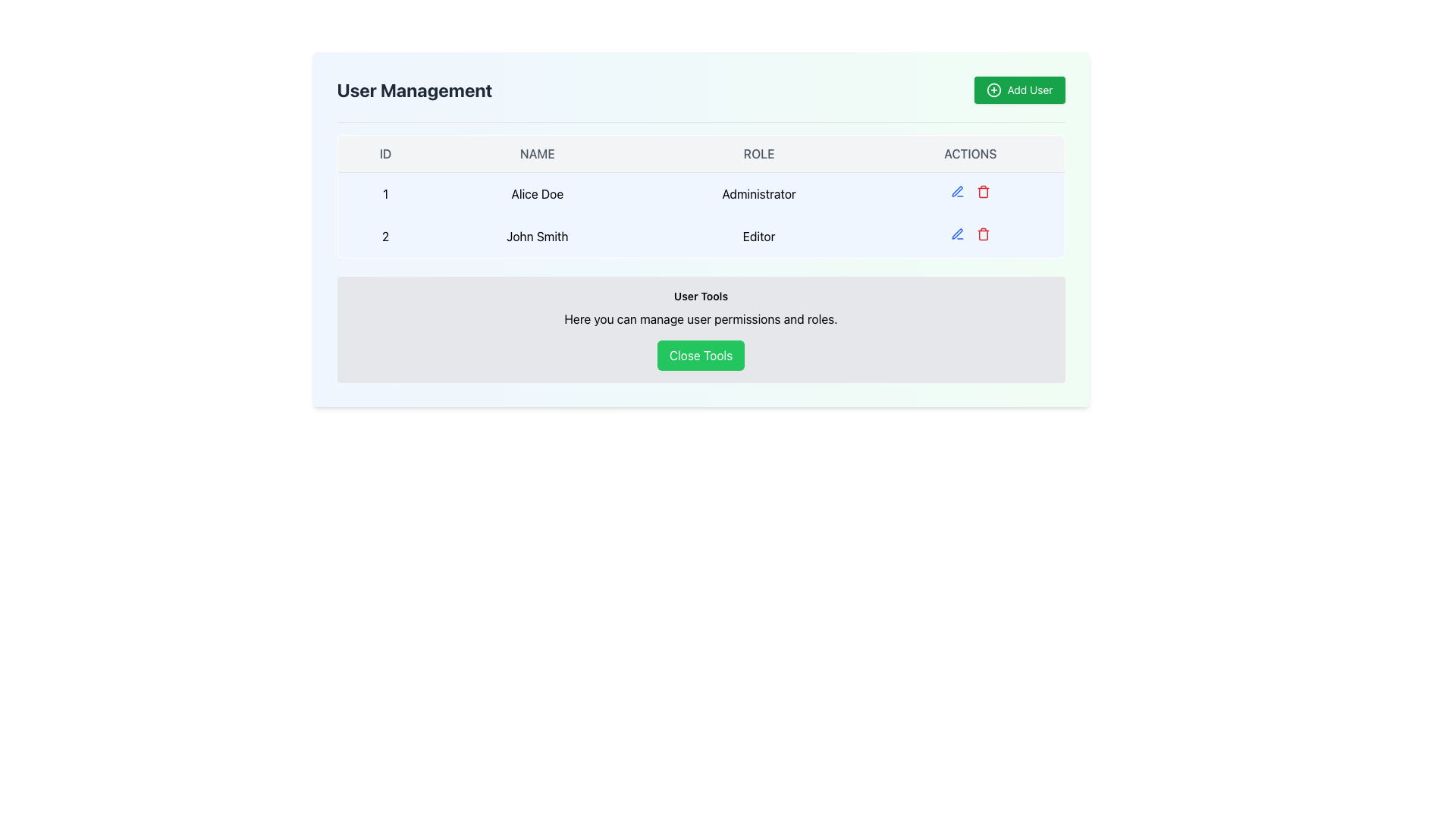 The width and height of the screenshot is (1456, 819). What do you see at coordinates (385, 237) in the screenshot?
I see `the bold black numeral '2' located in the 'ID' column of the second row of the table` at bounding box center [385, 237].